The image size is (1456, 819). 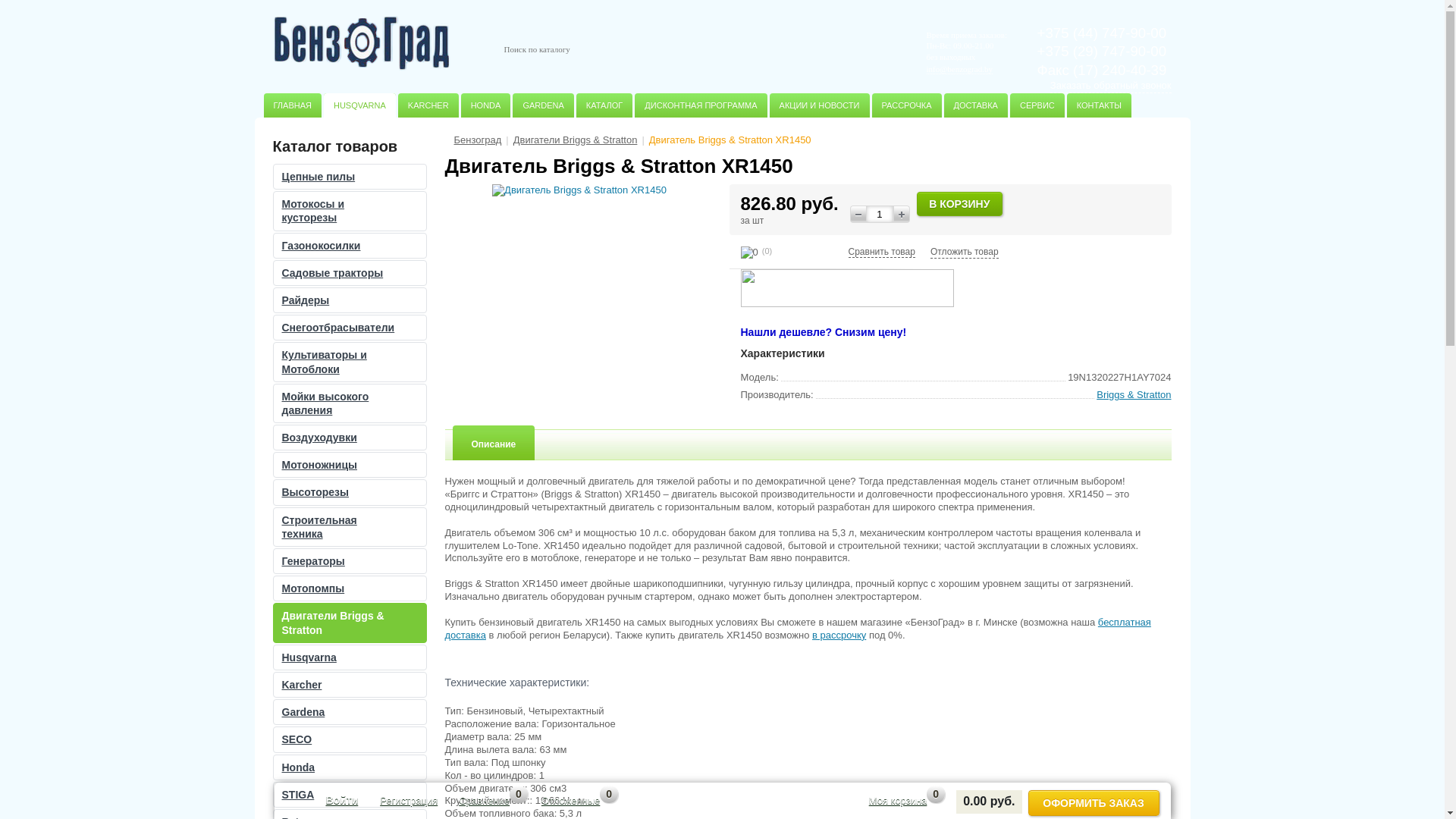 I want to click on 'HONDA', so click(x=486, y=104).